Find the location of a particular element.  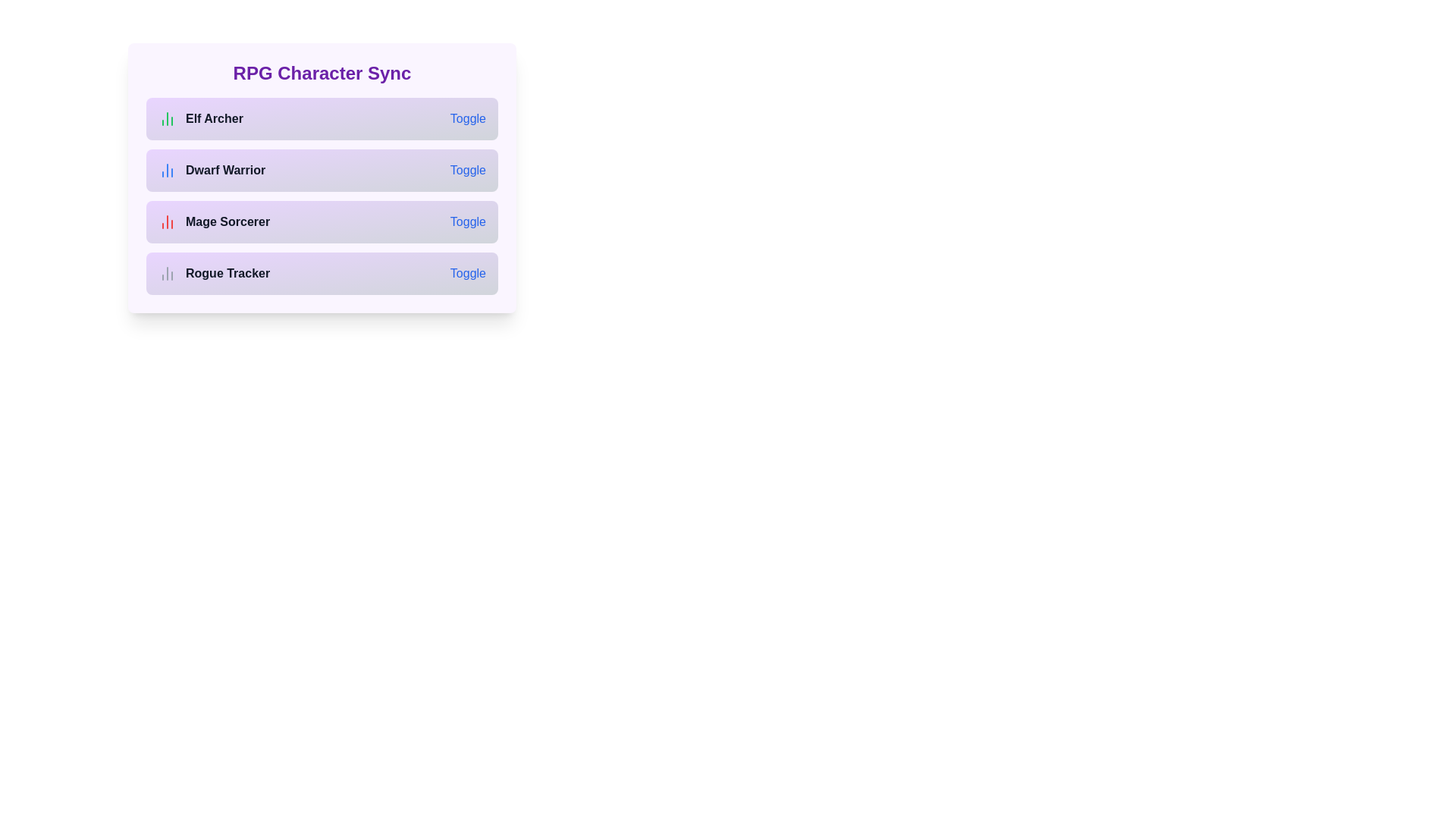

the 'Toggle' button located on the right side of the 'Elf Archer' item in the 'RPG Character Sync' section is located at coordinates (467, 118).